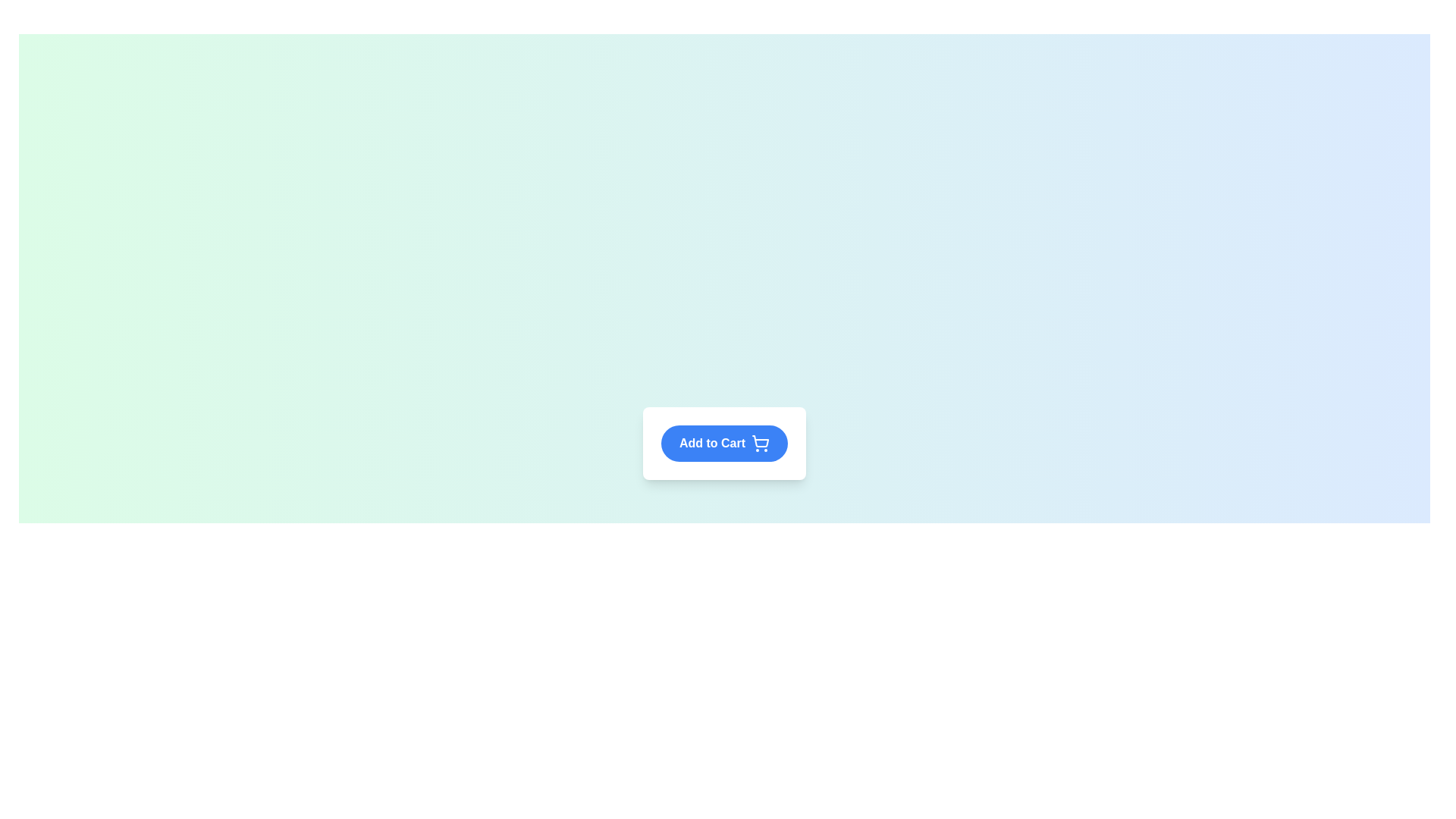 The height and width of the screenshot is (819, 1456). Describe the element at coordinates (723, 444) in the screenshot. I see `the 'Add to Cart' button with a blue background and white text for keyboard interaction` at that location.